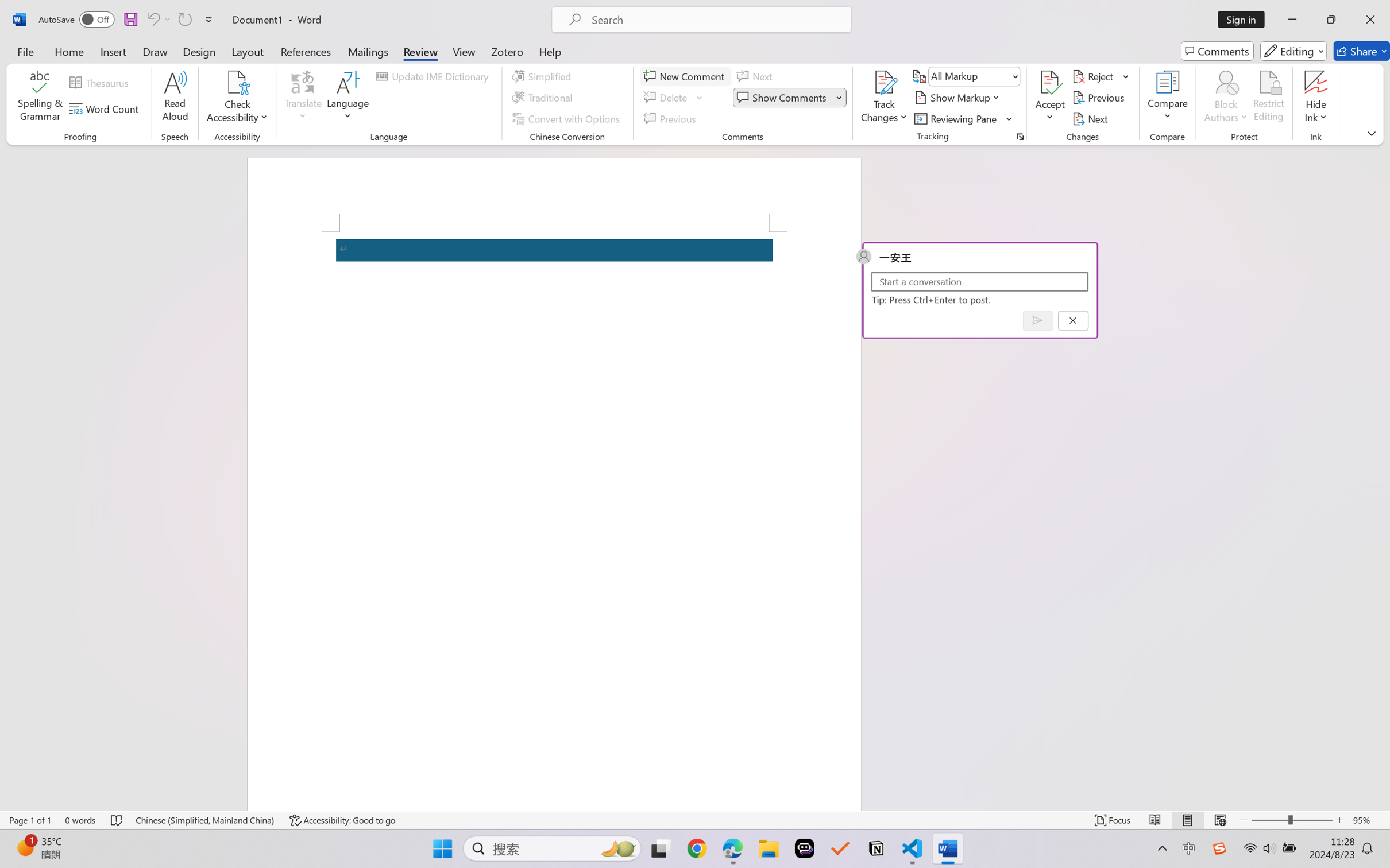 This screenshot has height=868, width=1390. Describe the element at coordinates (963, 119) in the screenshot. I see `'Reviewing Pane'` at that location.